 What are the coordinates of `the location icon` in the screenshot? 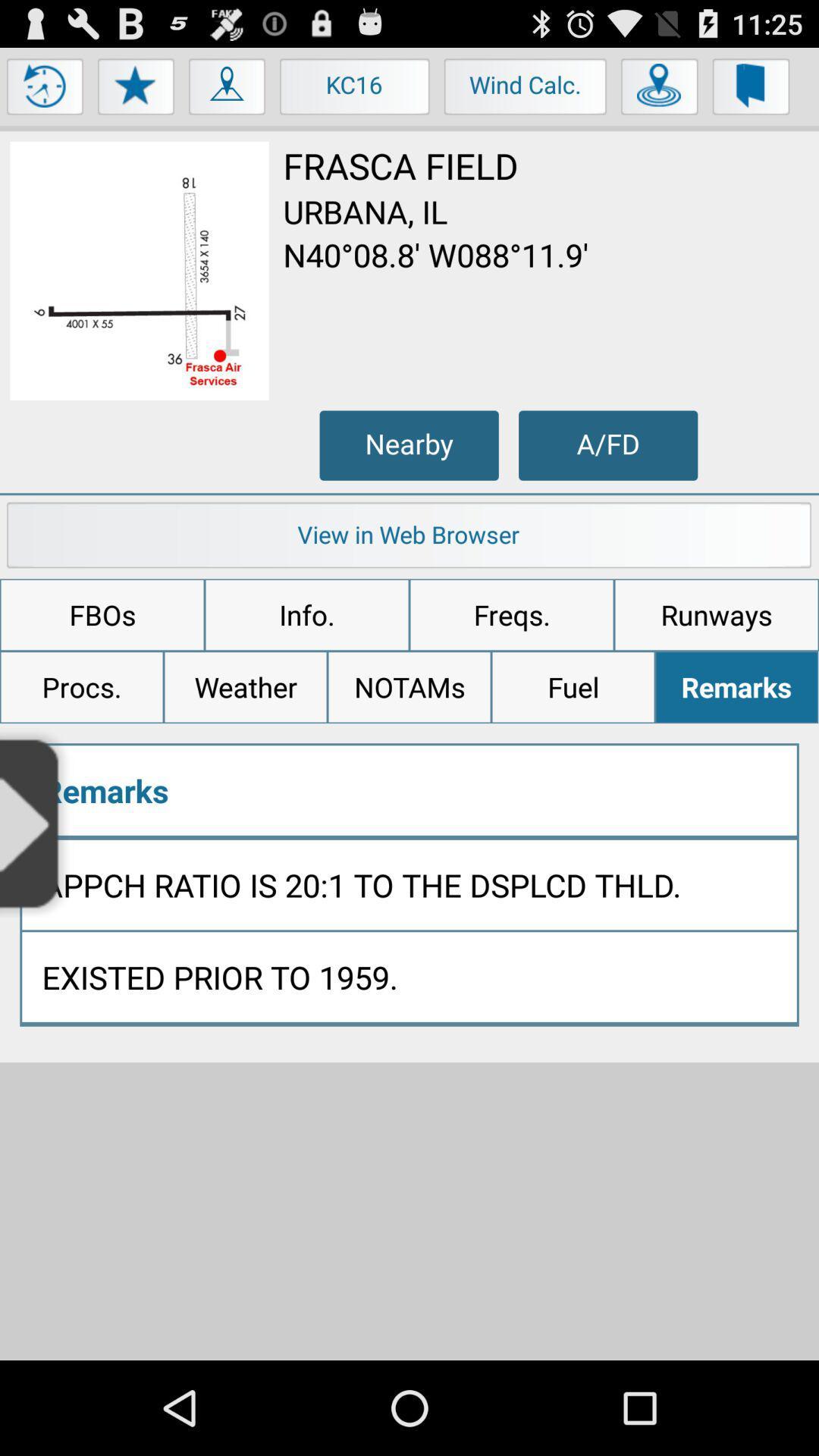 It's located at (227, 96).